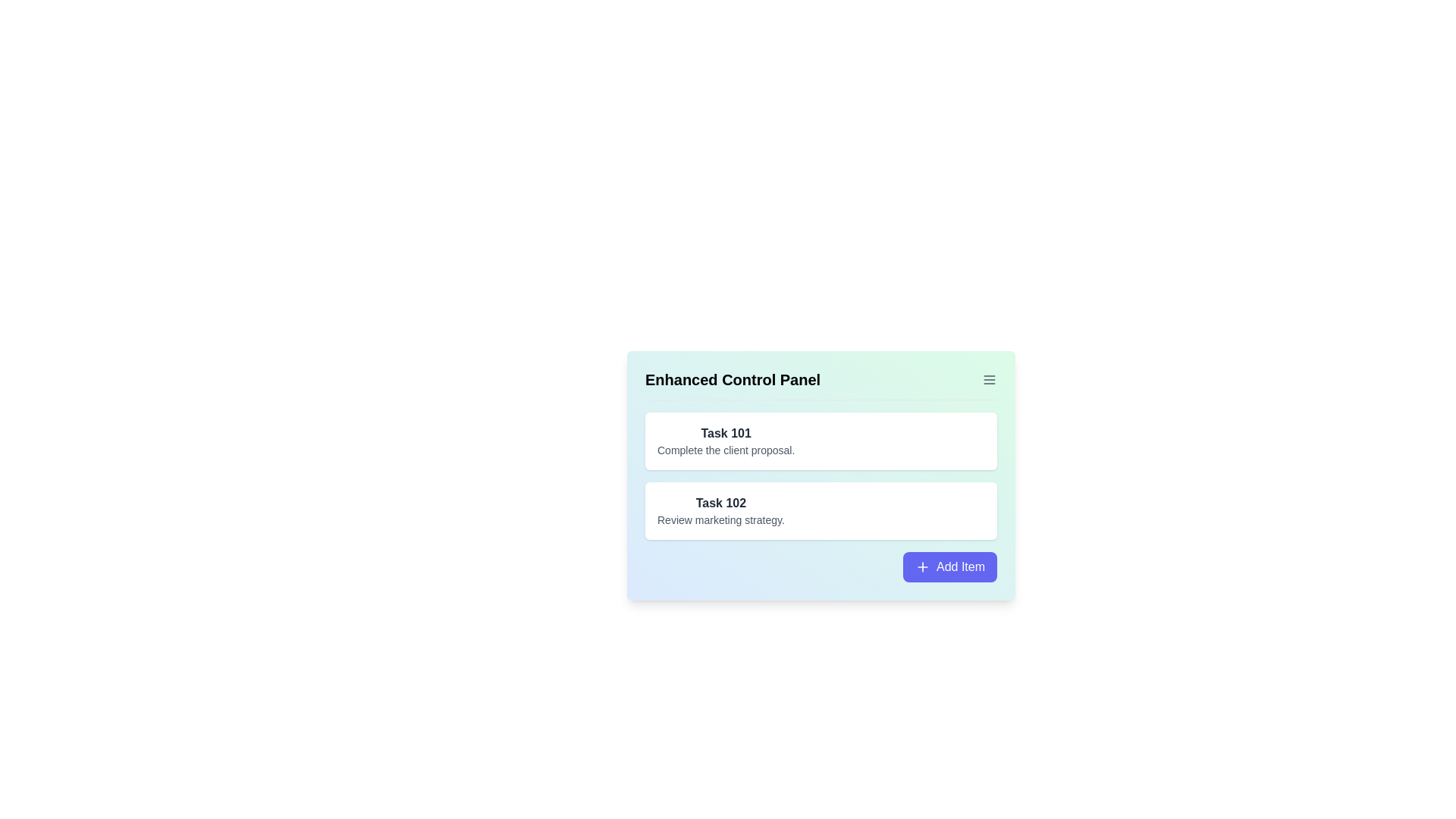 The height and width of the screenshot is (819, 1456). Describe the element at coordinates (720, 503) in the screenshot. I see `text from the text label that identifies the task labeled 'Task 102', which is located in the task list as the second task` at that location.